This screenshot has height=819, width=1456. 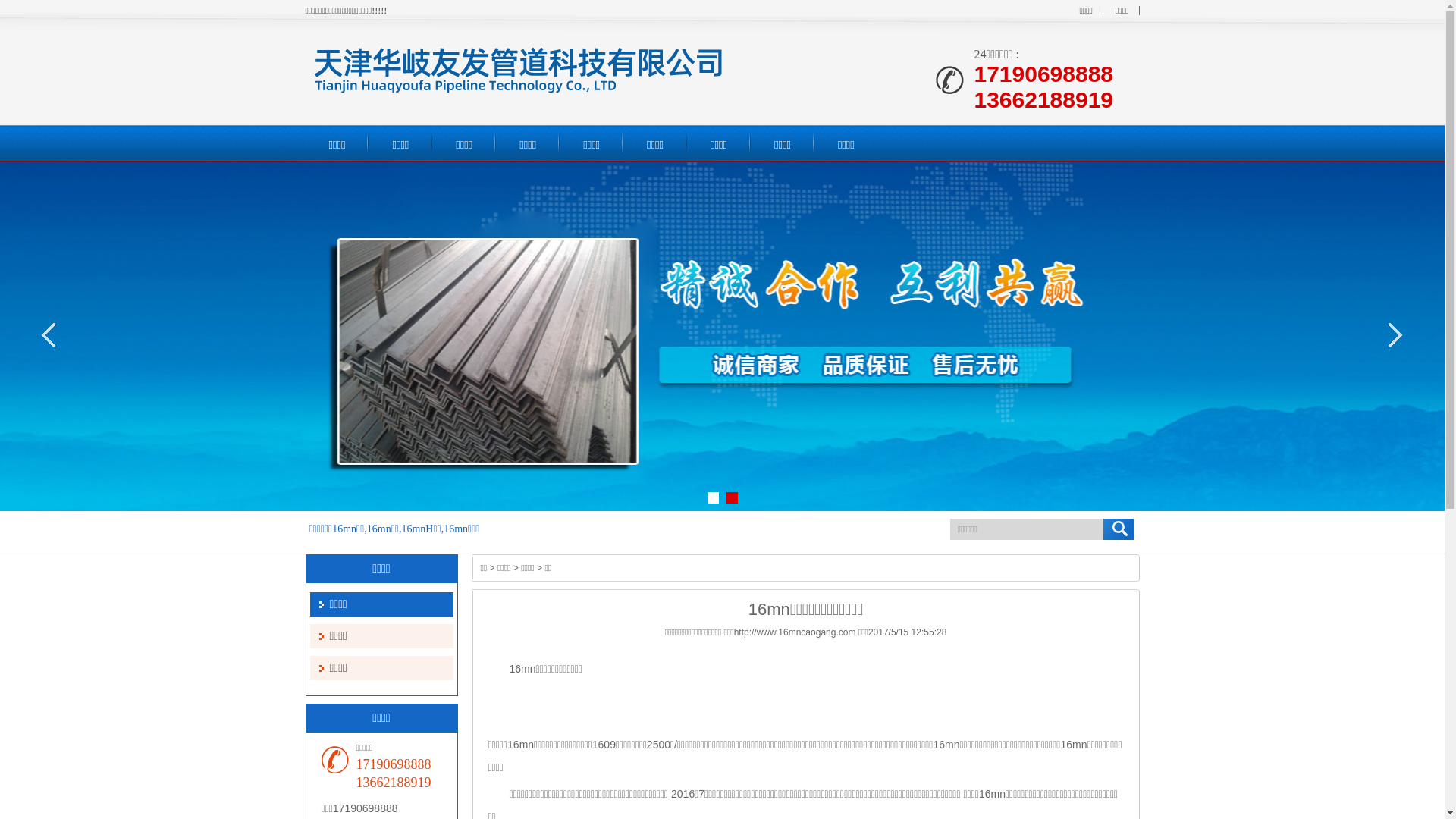 What do you see at coordinates (732, 497) in the screenshot?
I see `'2'` at bounding box center [732, 497].